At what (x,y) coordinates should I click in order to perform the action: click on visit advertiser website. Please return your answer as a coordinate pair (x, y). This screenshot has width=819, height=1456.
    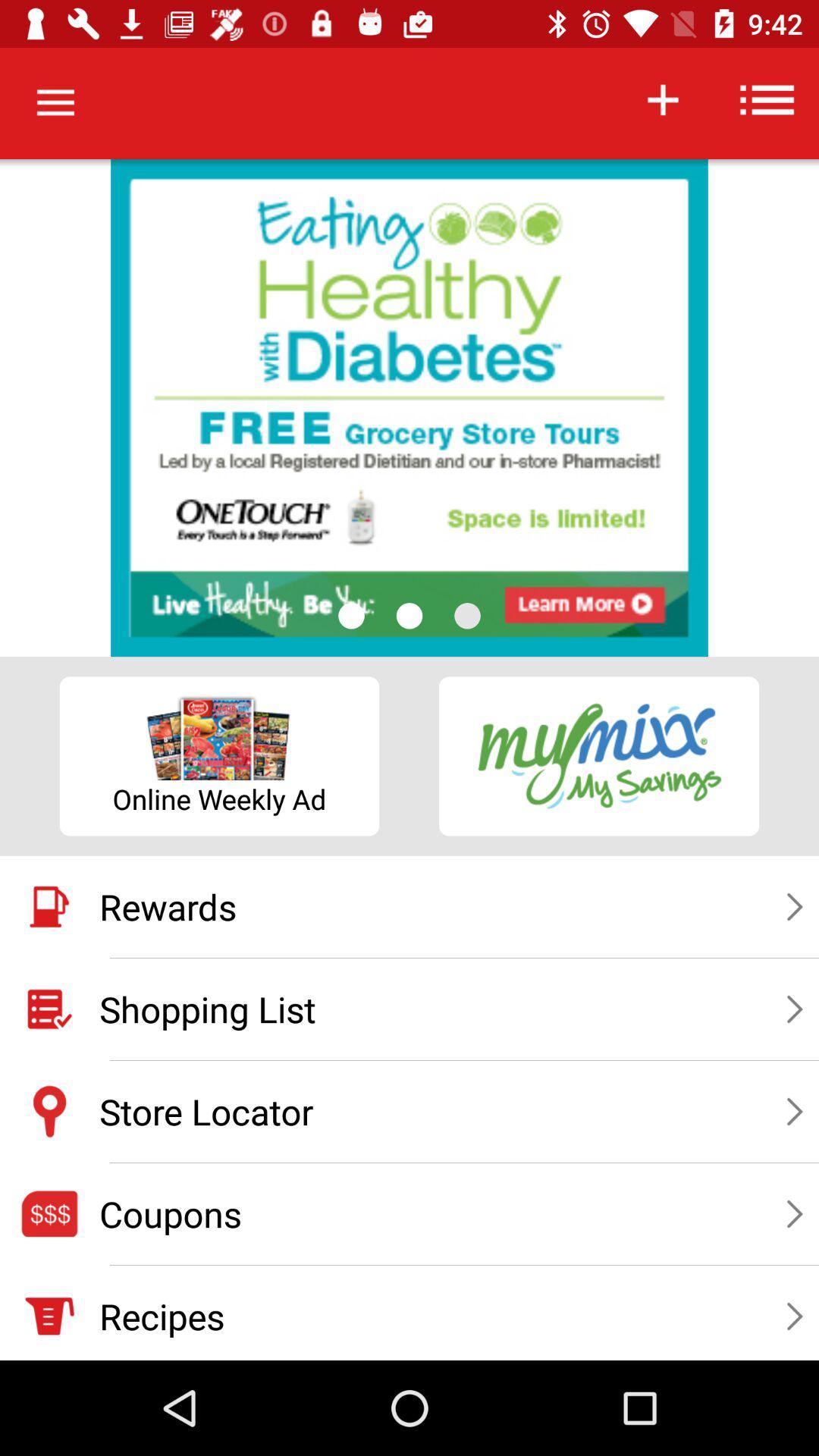
    Looking at the image, I should click on (409, 408).